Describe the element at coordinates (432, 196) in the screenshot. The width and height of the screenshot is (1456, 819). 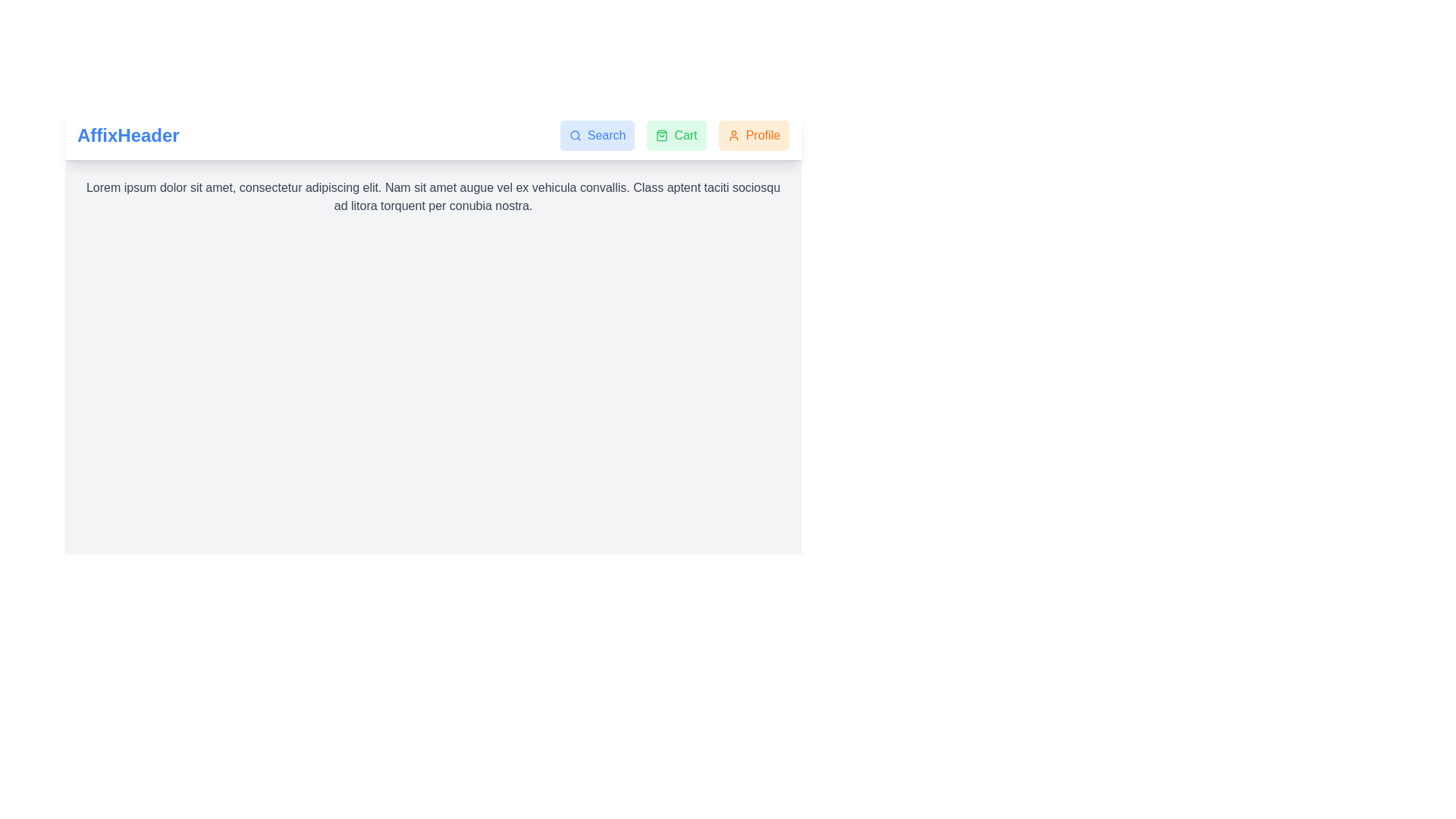
I see `the paragraph text block with dark gray font color that displays 'Lorem ipsum dolor sit amet, consectetur adipiscing elit. Nam sit amet augue vel ex vehicula convallis. Class aptent taciti sociosqu ad litora torquent per conubia nostra.'` at that location.